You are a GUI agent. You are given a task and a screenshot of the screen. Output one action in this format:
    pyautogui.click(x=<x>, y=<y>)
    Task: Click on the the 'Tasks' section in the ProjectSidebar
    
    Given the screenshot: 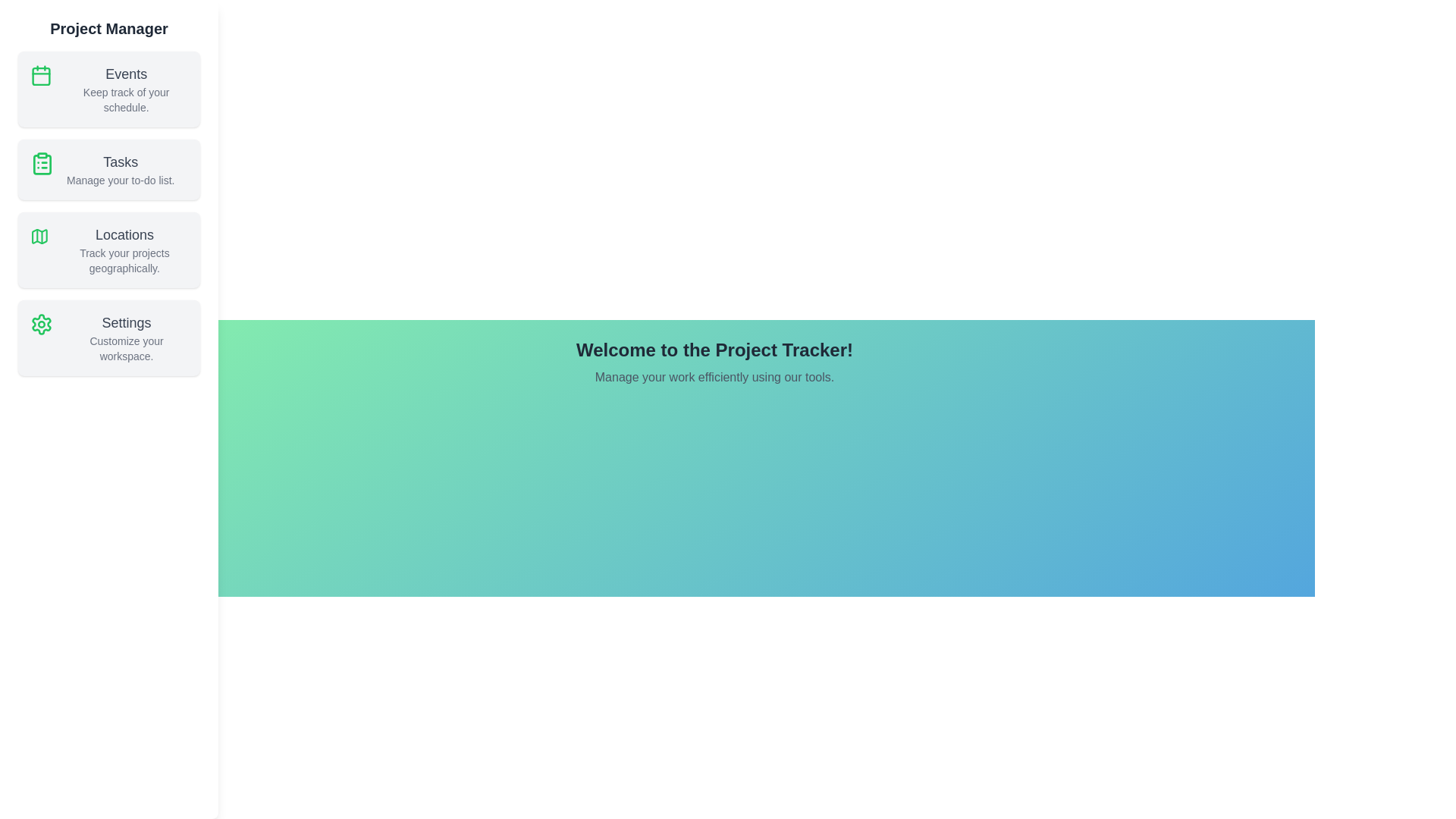 What is the action you would take?
    pyautogui.click(x=108, y=169)
    